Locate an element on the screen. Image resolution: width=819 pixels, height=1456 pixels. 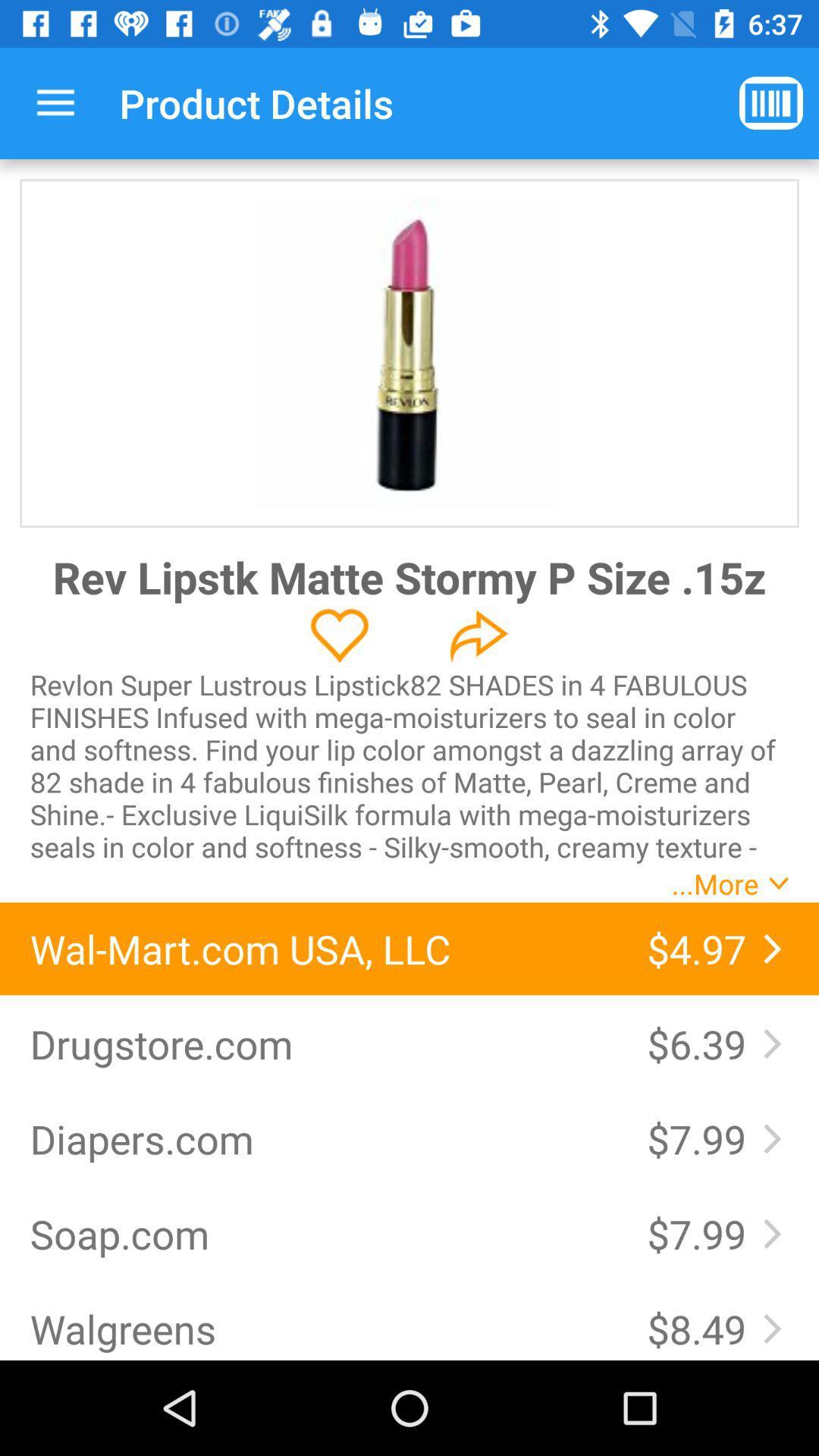
share the article is located at coordinates (479, 635).